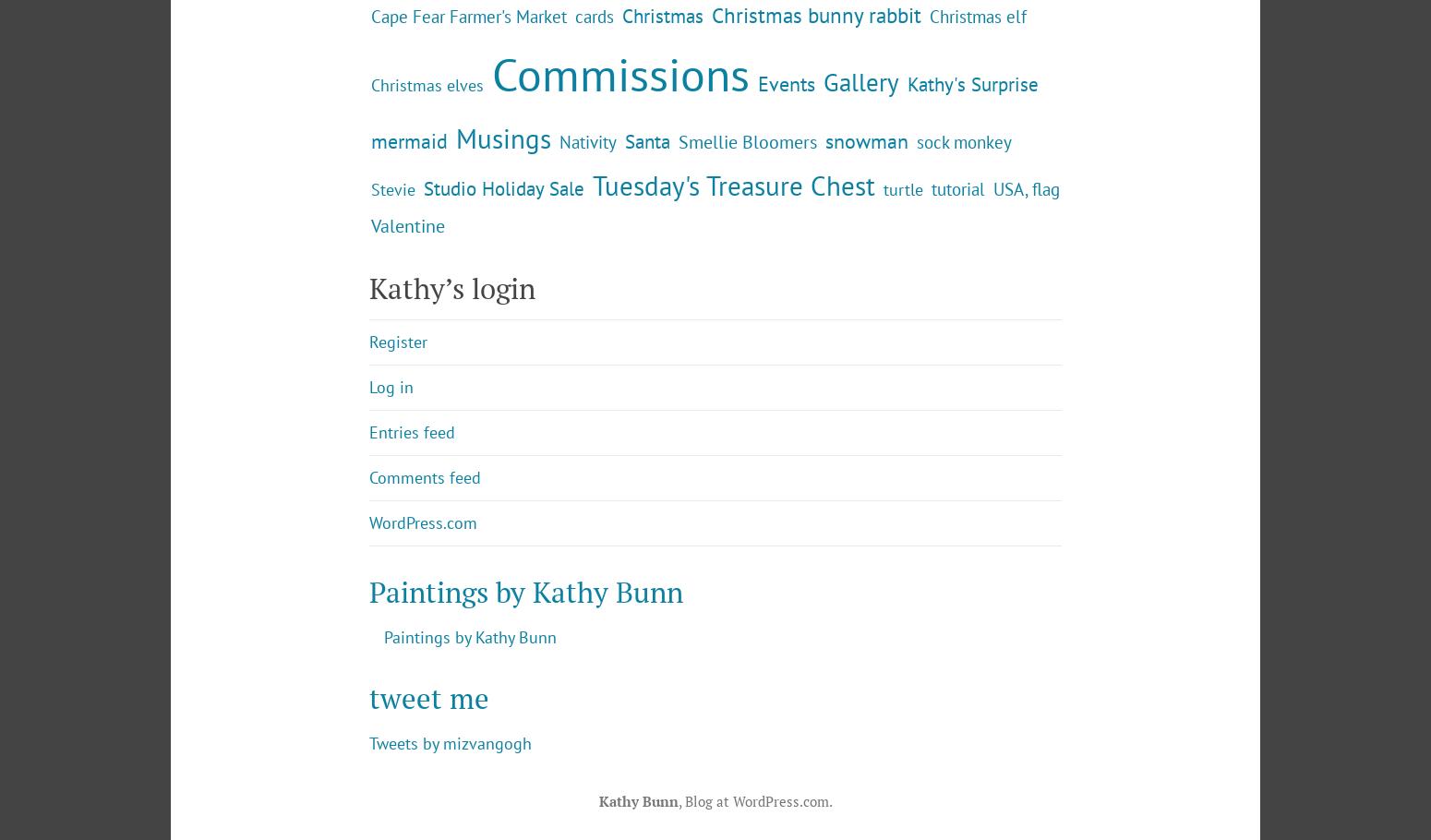 Image resolution: width=1431 pixels, height=840 pixels. What do you see at coordinates (907, 235) in the screenshot?
I see `'Kathy's Surprise'` at bounding box center [907, 235].